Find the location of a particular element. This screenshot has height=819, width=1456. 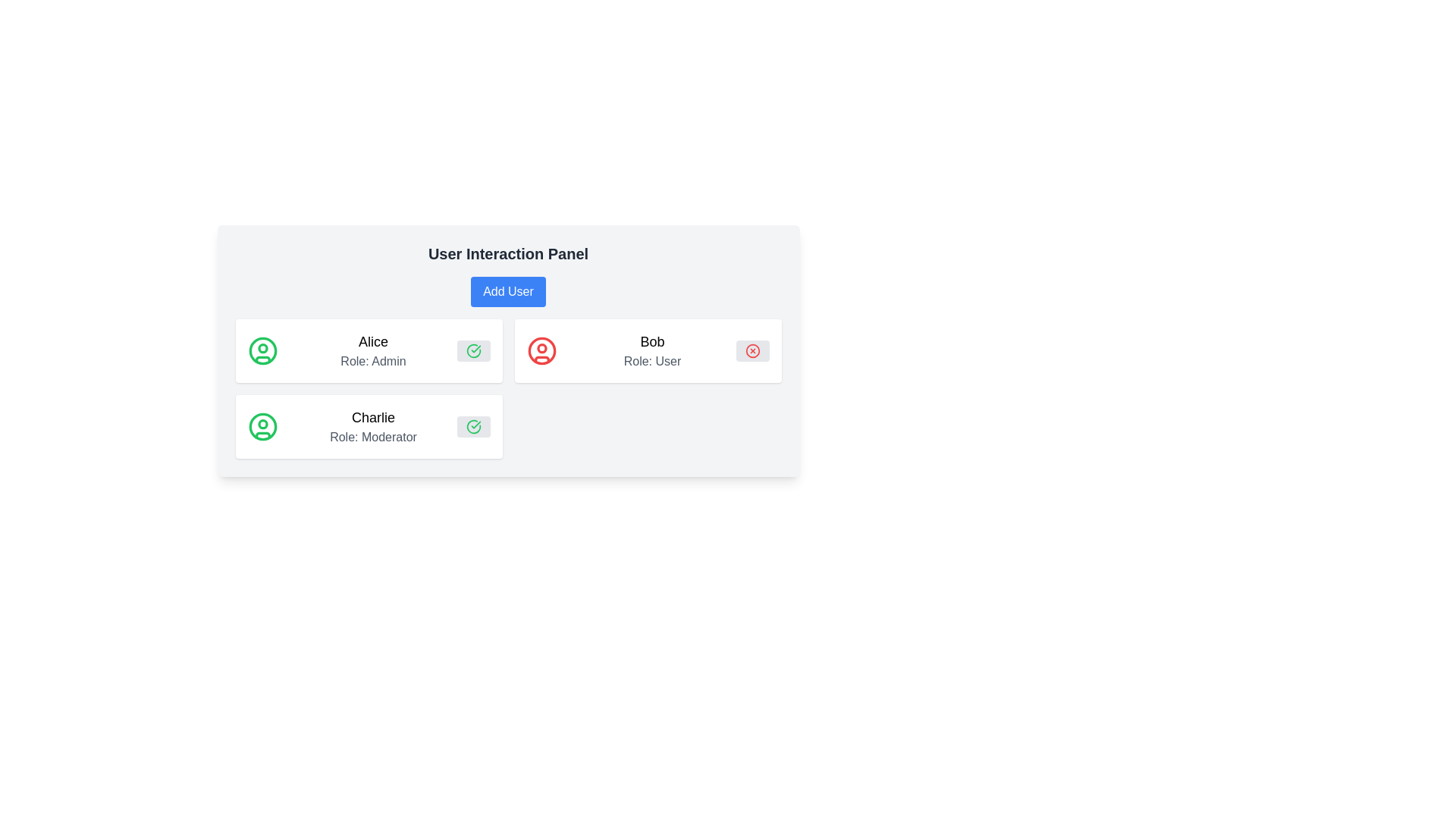

the inner portion of the user profile icon representing 'Alice' under the 'Role: Admin' label, located in the top-left user card of the 'User Interaction Panel' is located at coordinates (262, 350).